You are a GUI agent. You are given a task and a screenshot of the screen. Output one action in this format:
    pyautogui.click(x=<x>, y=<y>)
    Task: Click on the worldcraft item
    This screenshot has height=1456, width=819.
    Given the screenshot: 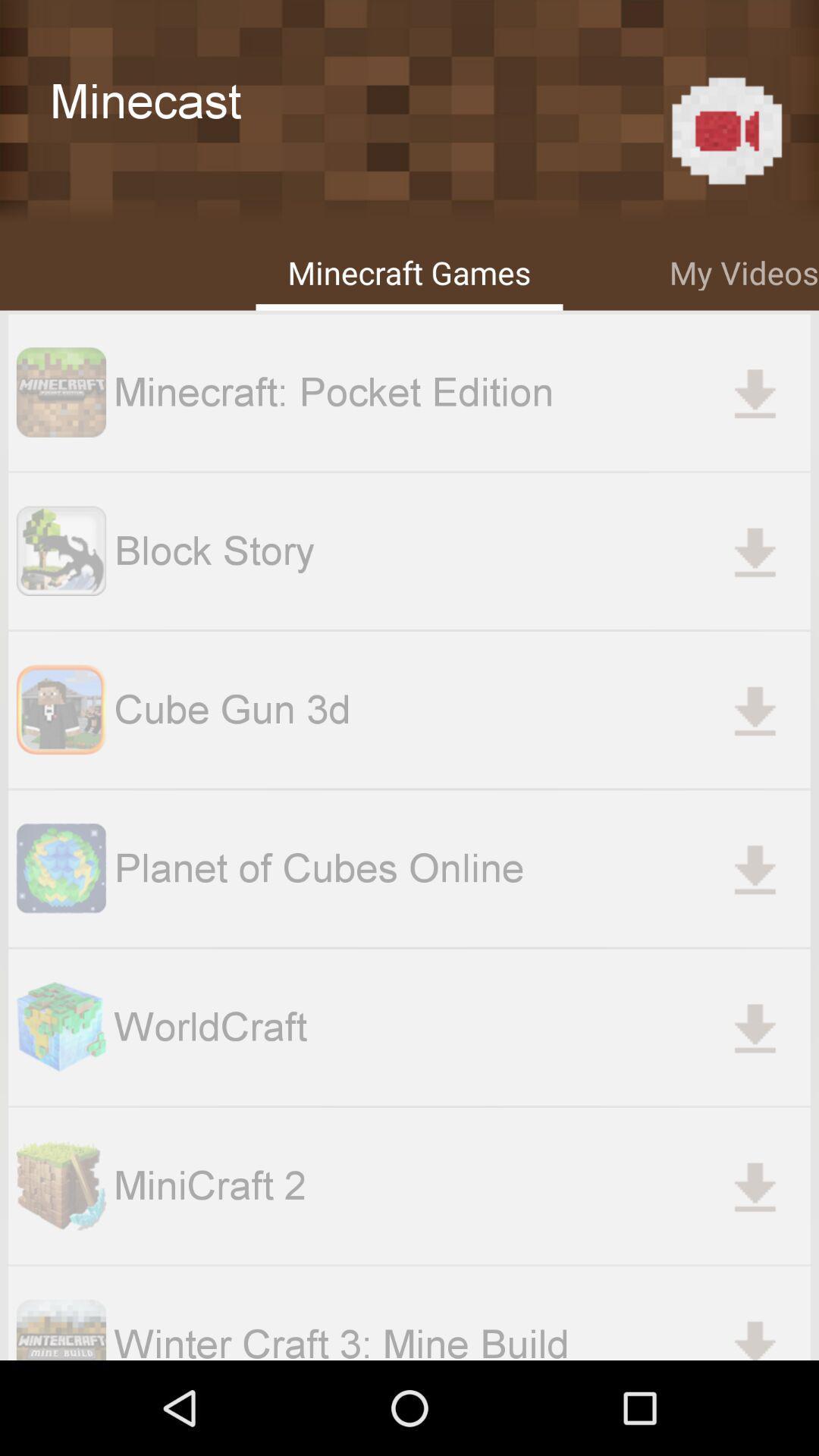 What is the action you would take?
    pyautogui.click(x=461, y=1027)
    